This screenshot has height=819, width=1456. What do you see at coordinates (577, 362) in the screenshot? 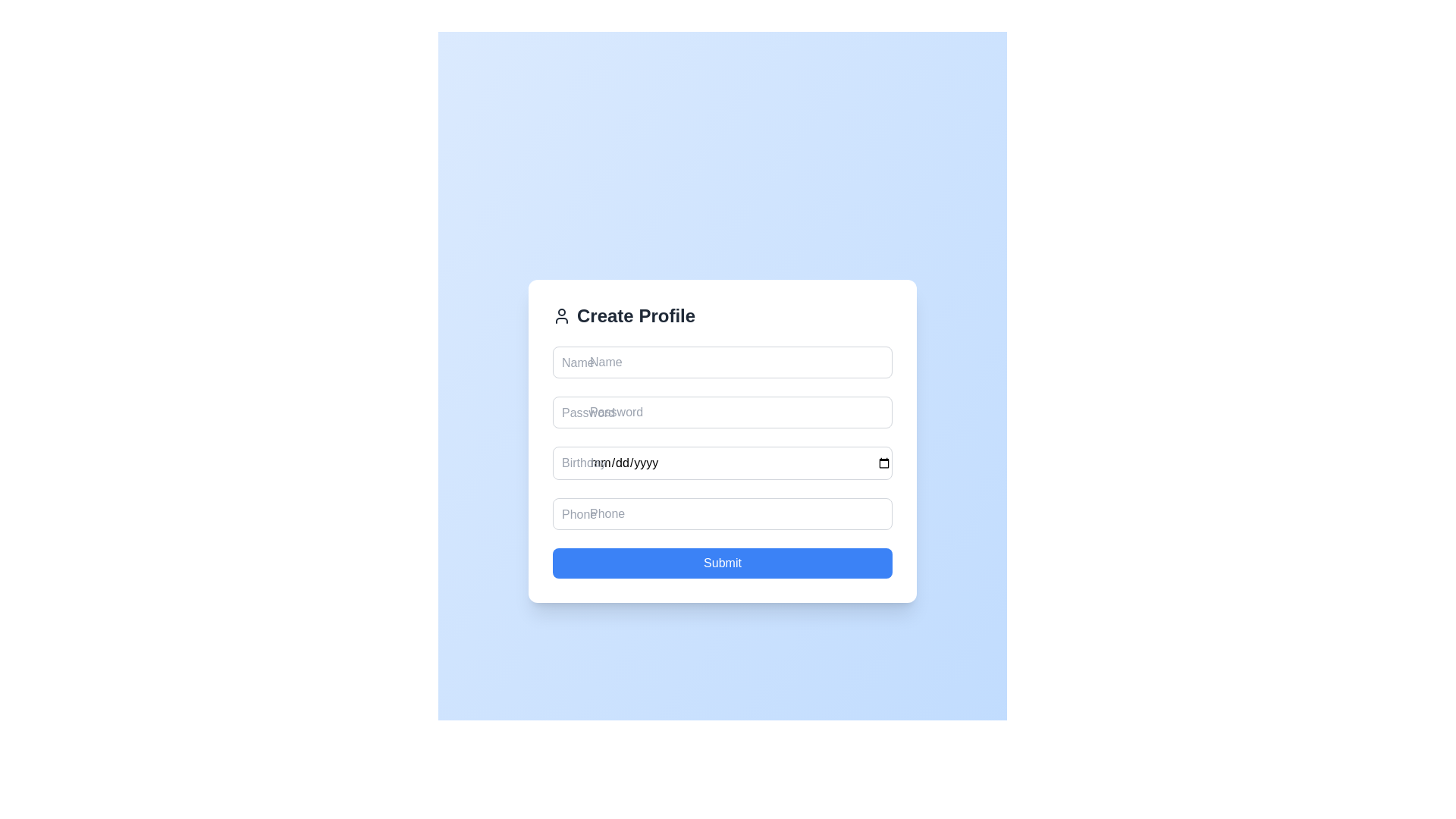
I see `the text label indicating the associated input box for entering a name in the 'Create Profile' form, positioned near the upper-left corner of the input box` at bounding box center [577, 362].